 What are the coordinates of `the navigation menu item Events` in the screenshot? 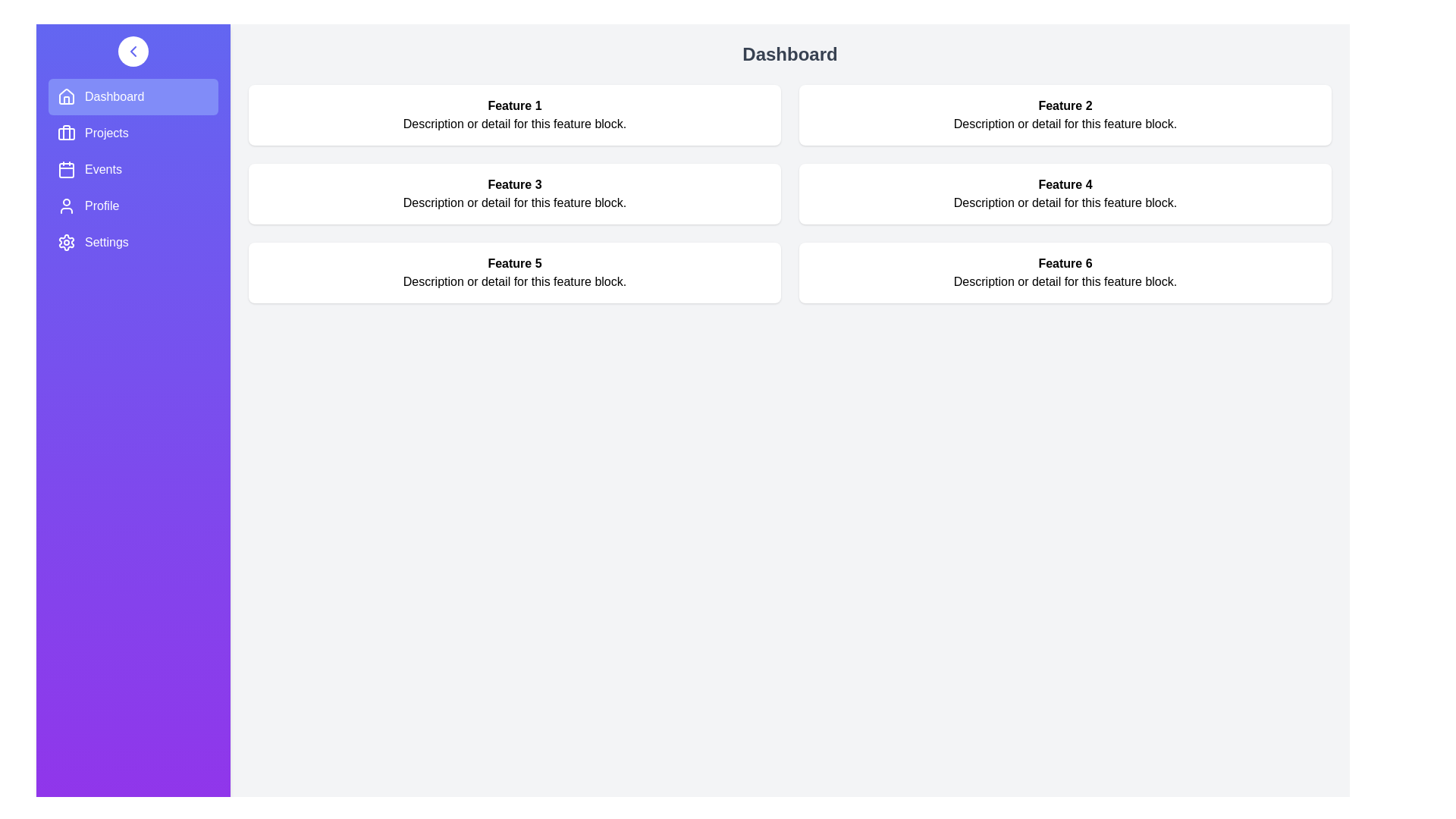 It's located at (133, 169).